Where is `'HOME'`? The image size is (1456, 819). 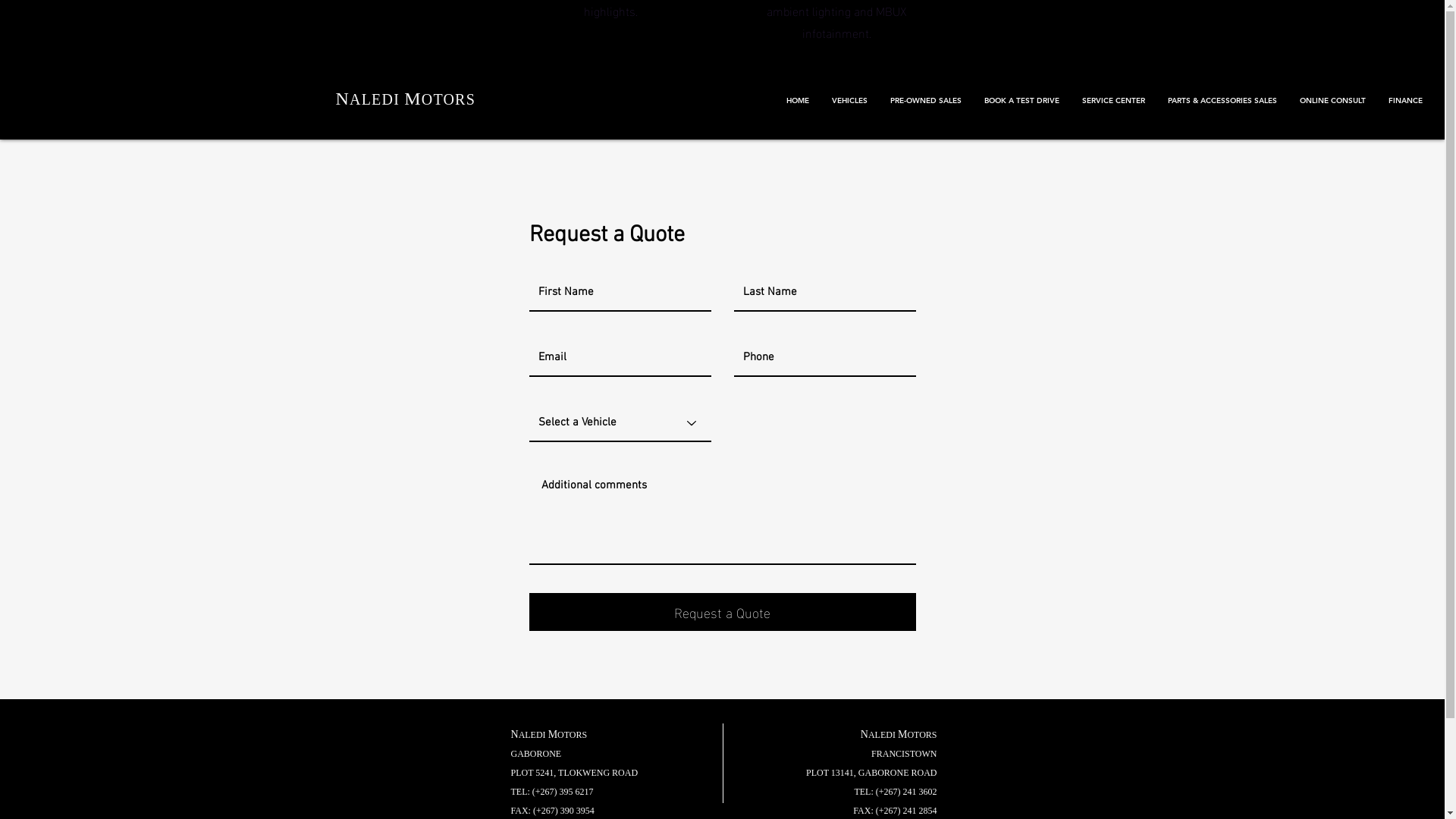
'HOME' is located at coordinates (796, 100).